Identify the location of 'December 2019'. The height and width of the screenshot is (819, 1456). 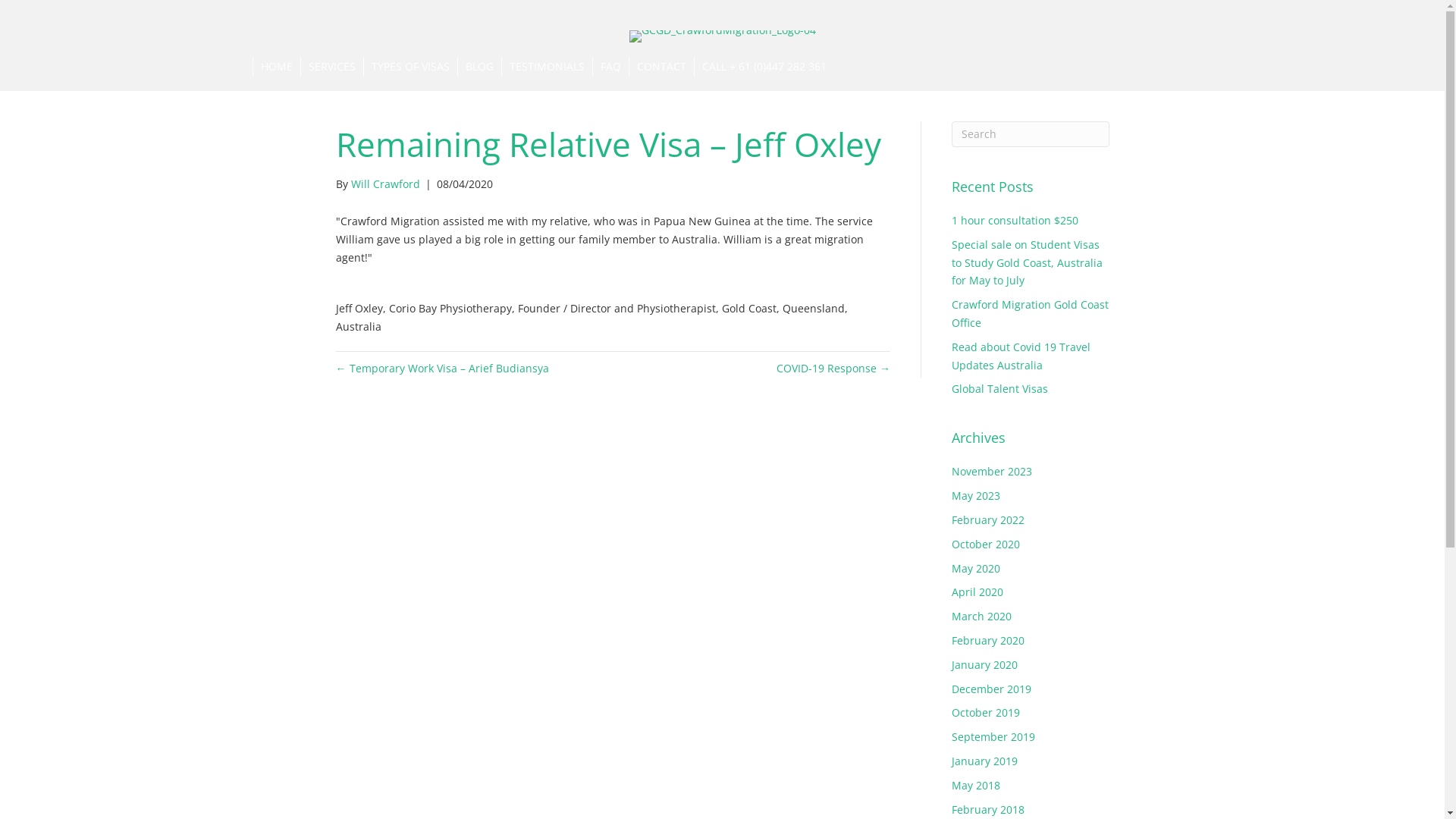
(991, 689).